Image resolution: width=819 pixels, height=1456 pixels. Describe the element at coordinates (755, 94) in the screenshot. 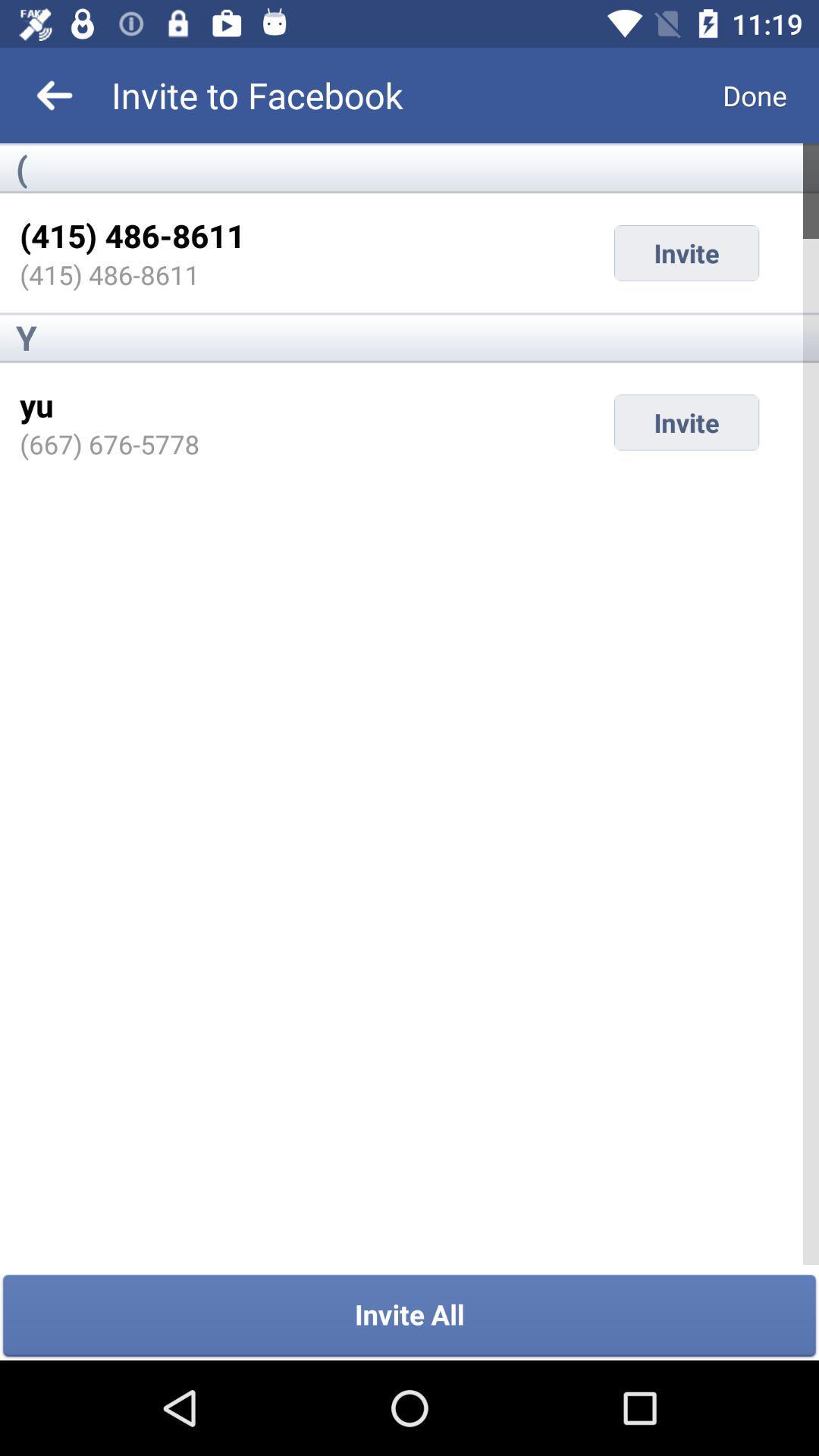

I see `the item to the right of the invite to facebook icon` at that location.